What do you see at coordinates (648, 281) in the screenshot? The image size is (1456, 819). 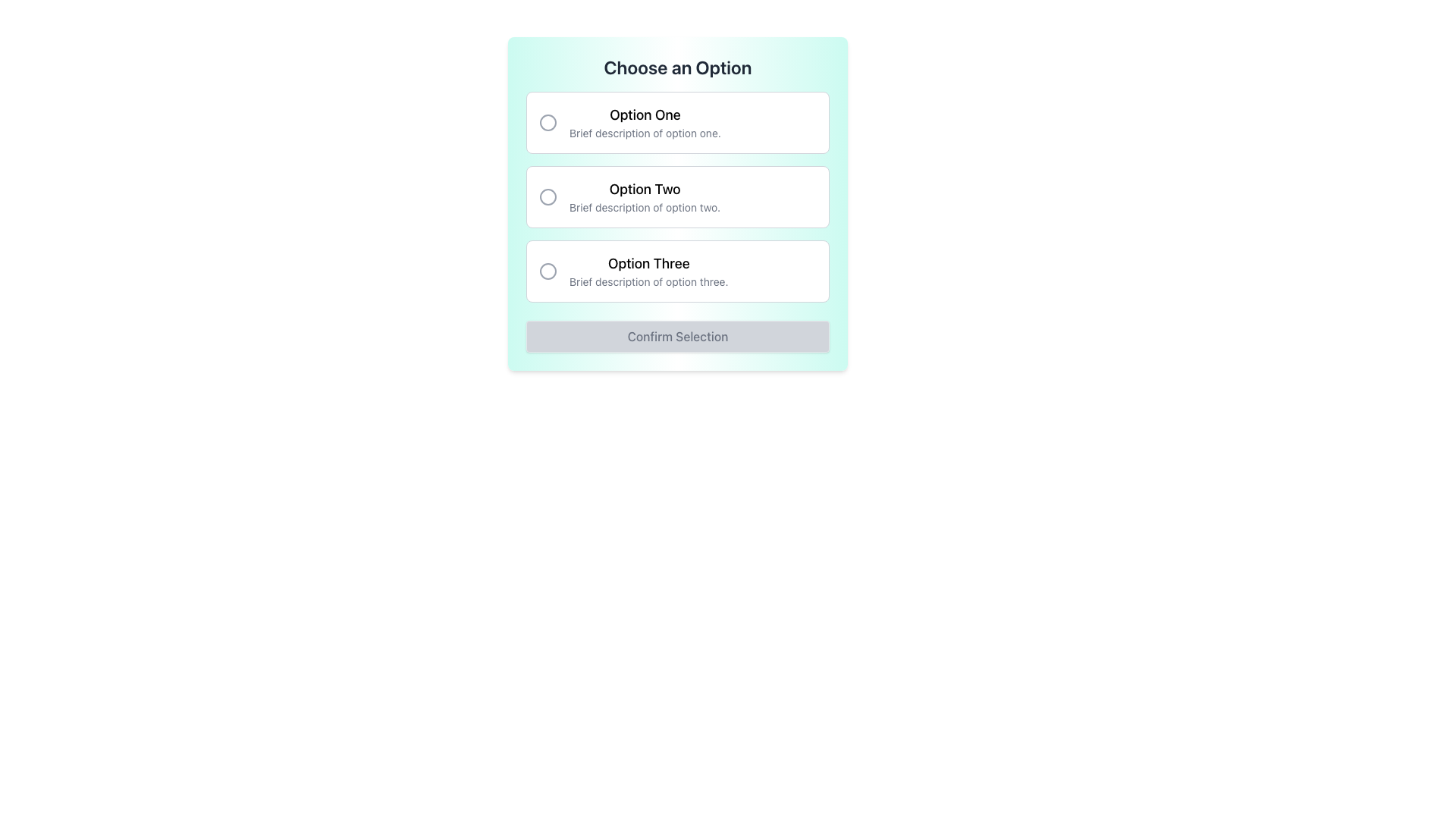 I see `the text element reading 'Brief description of option three.' located beneath the title 'Option Three'` at bounding box center [648, 281].